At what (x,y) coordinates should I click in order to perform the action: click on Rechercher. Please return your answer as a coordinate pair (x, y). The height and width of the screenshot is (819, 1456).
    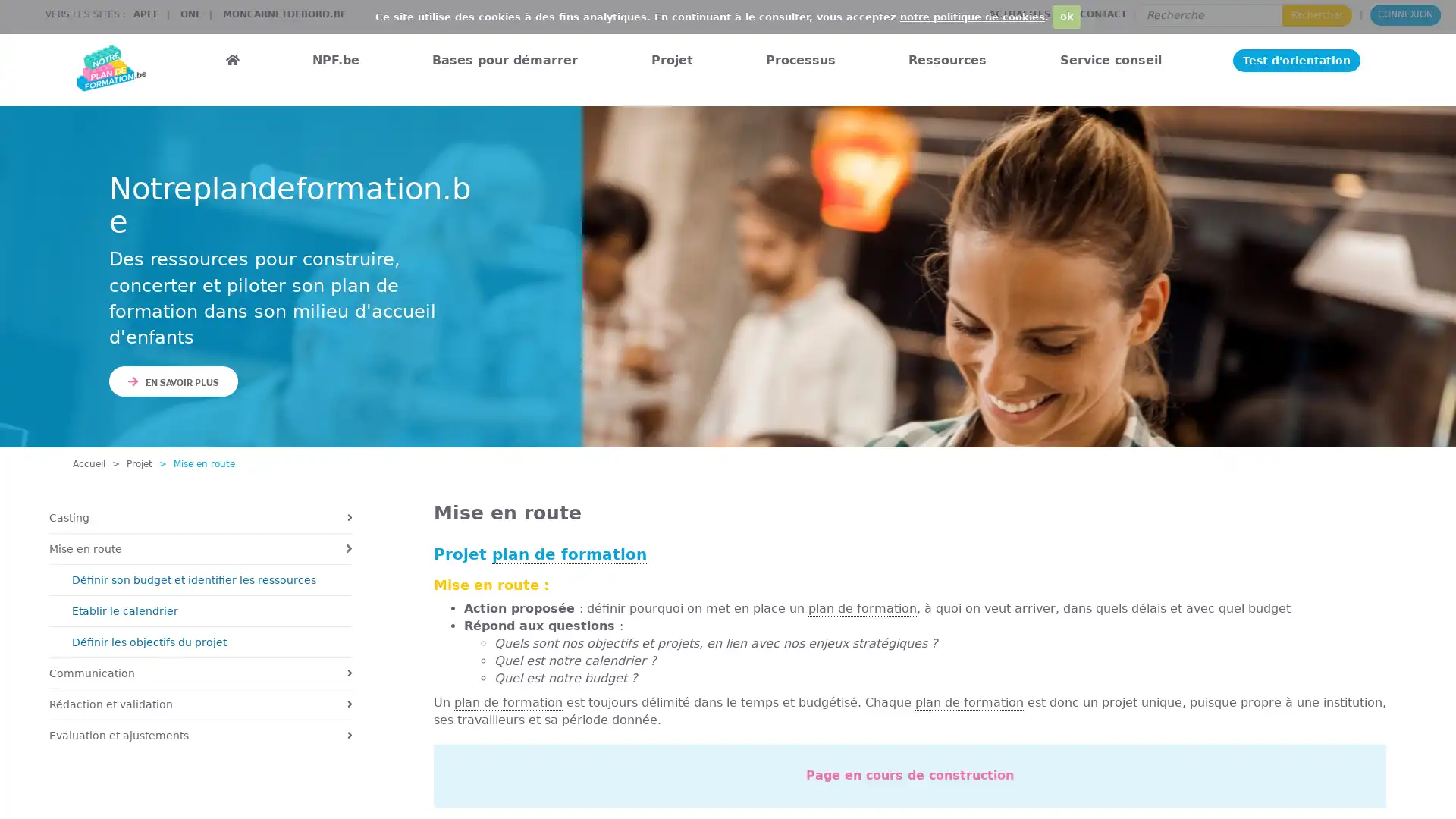
    Looking at the image, I should click on (1316, 14).